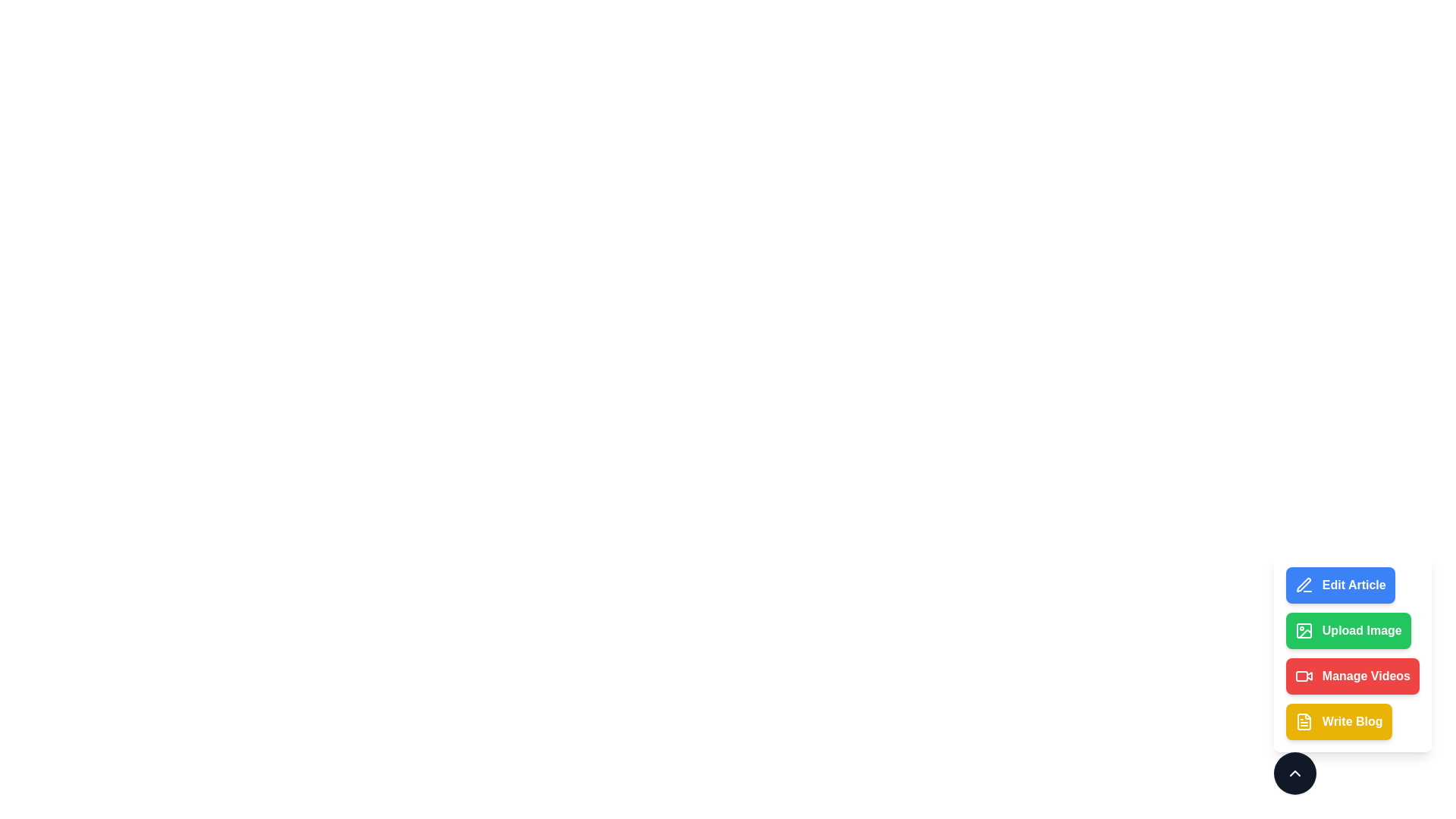 Image resolution: width=1456 pixels, height=819 pixels. What do you see at coordinates (1340, 584) in the screenshot?
I see `the action Edit Article from the menu` at bounding box center [1340, 584].